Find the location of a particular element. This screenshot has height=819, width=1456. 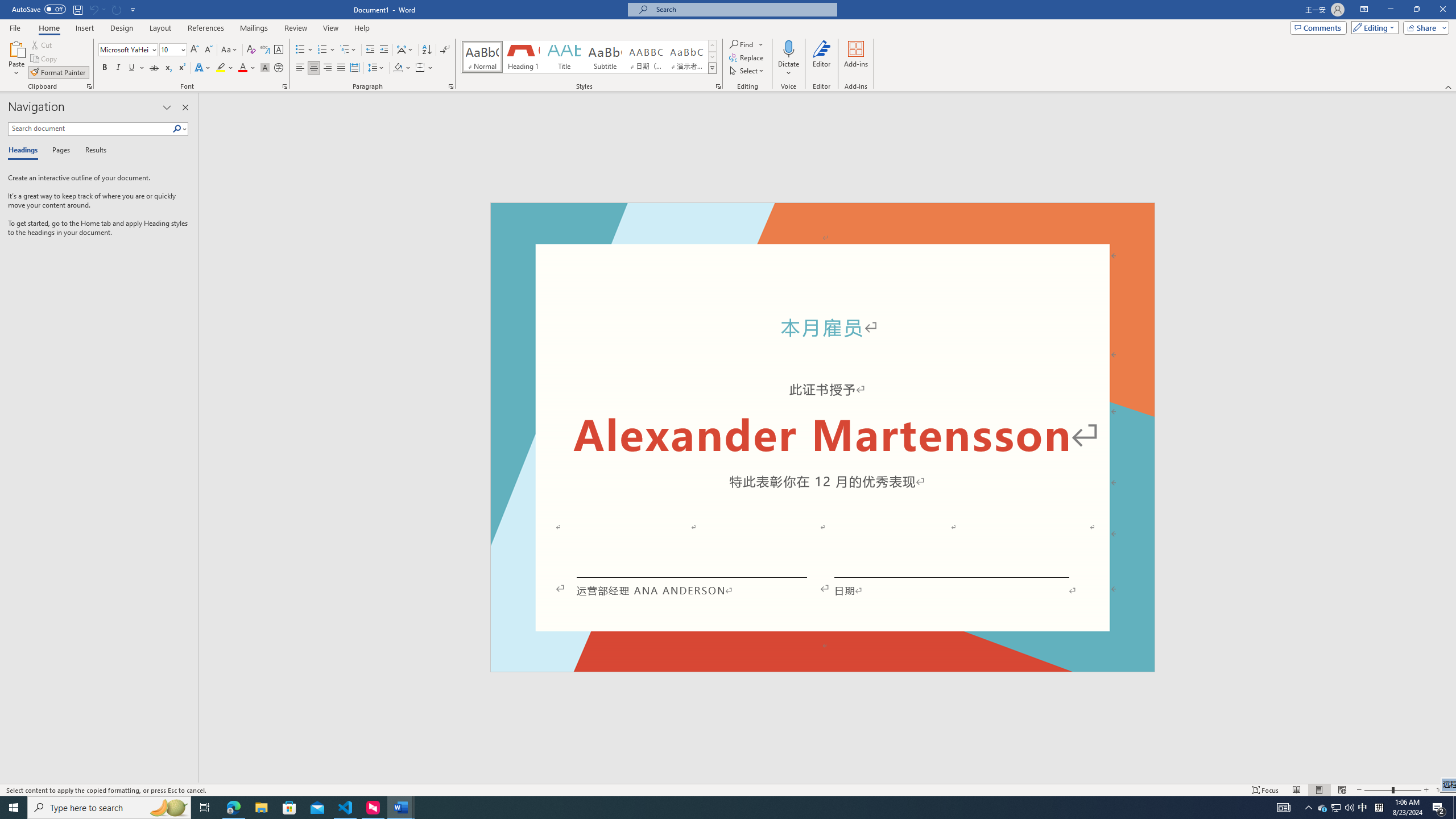

'Page 1 content' is located at coordinates (822, 446).